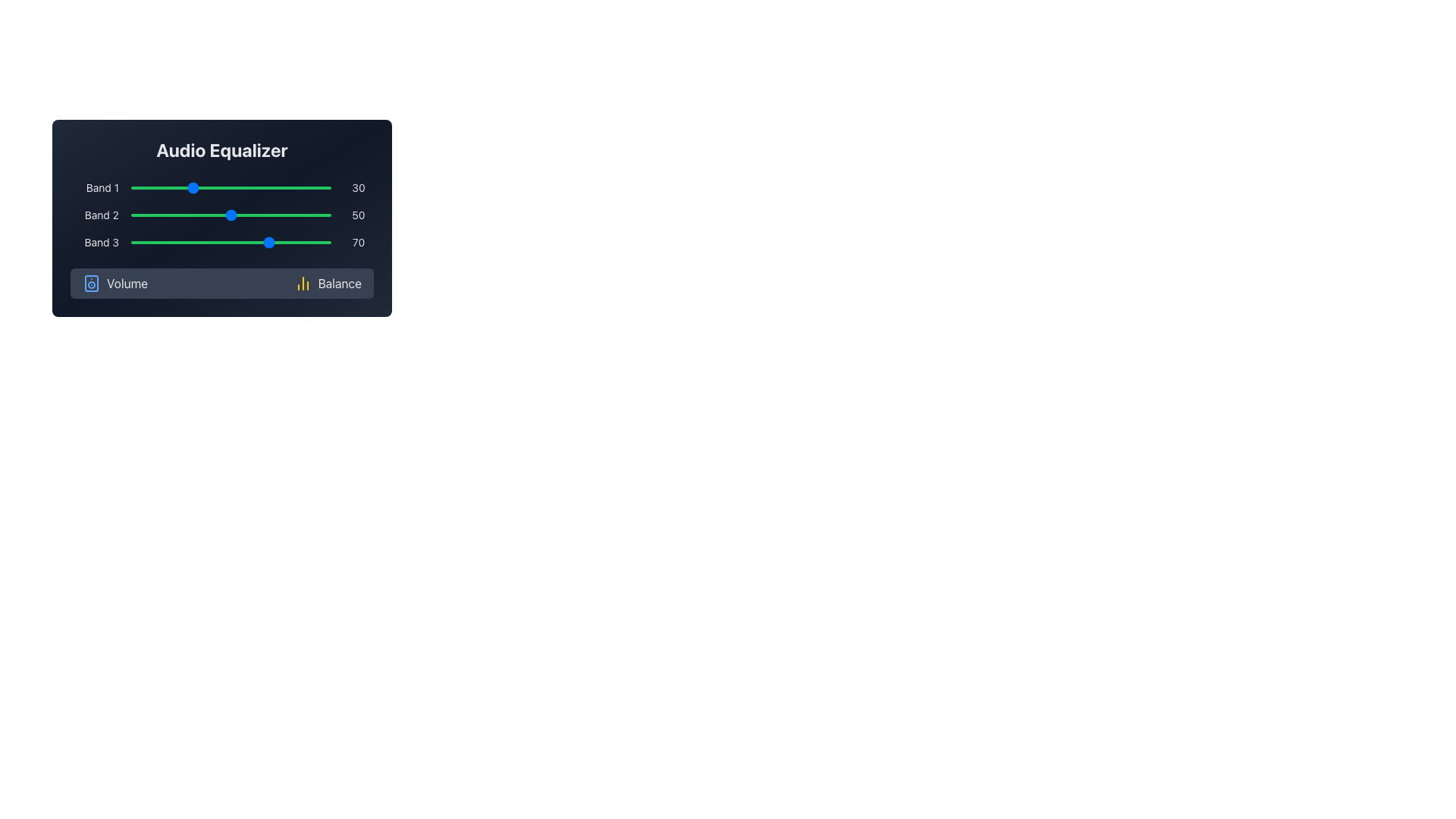  Describe the element at coordinates (115, 284) in the screenshot. I see `the 'Volume' button, which features a blue outlined speaker icon and white text` at that location.